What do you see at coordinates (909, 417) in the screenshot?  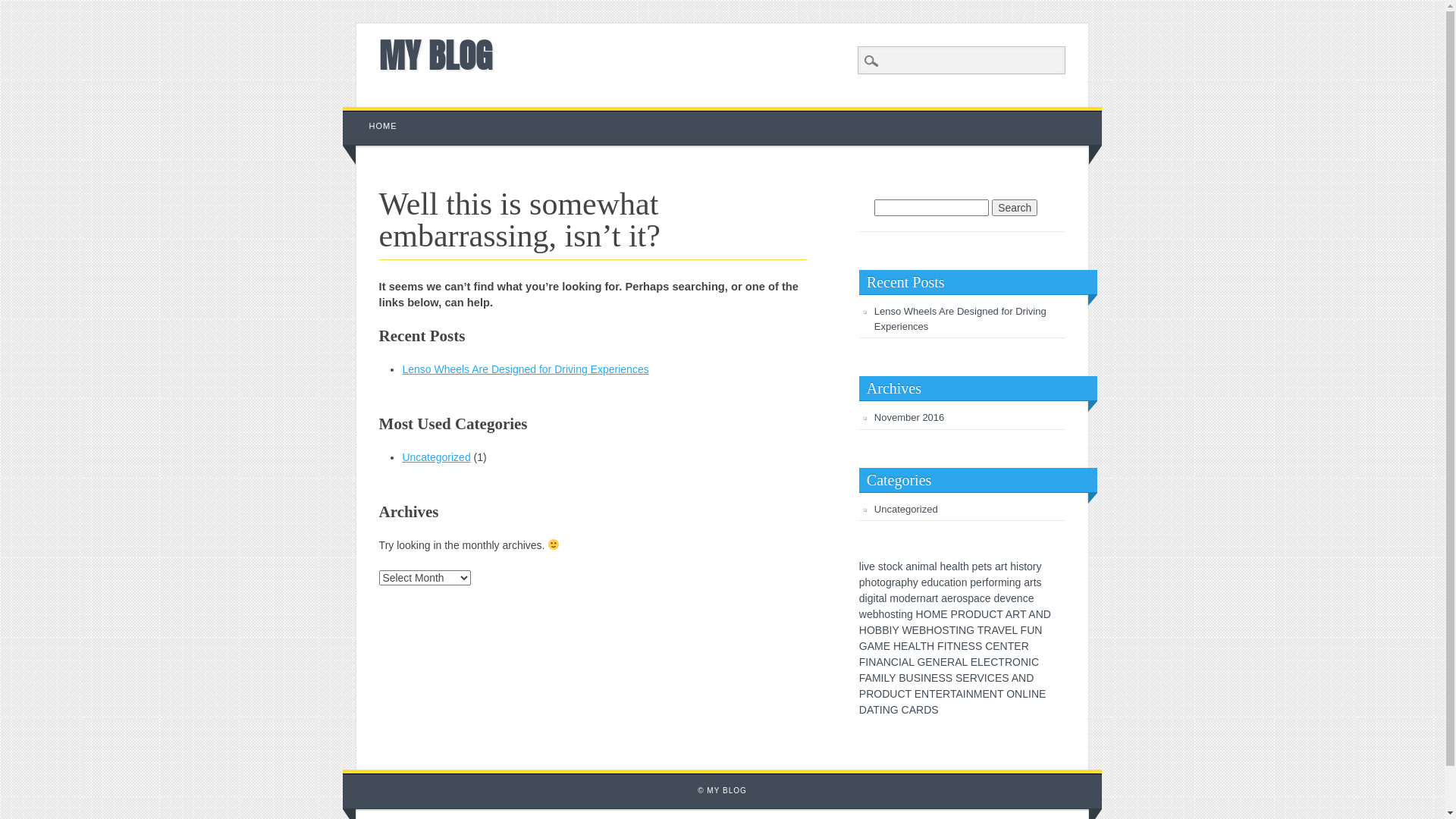 I see `'November 2016'` at bounding box center [909, 417].